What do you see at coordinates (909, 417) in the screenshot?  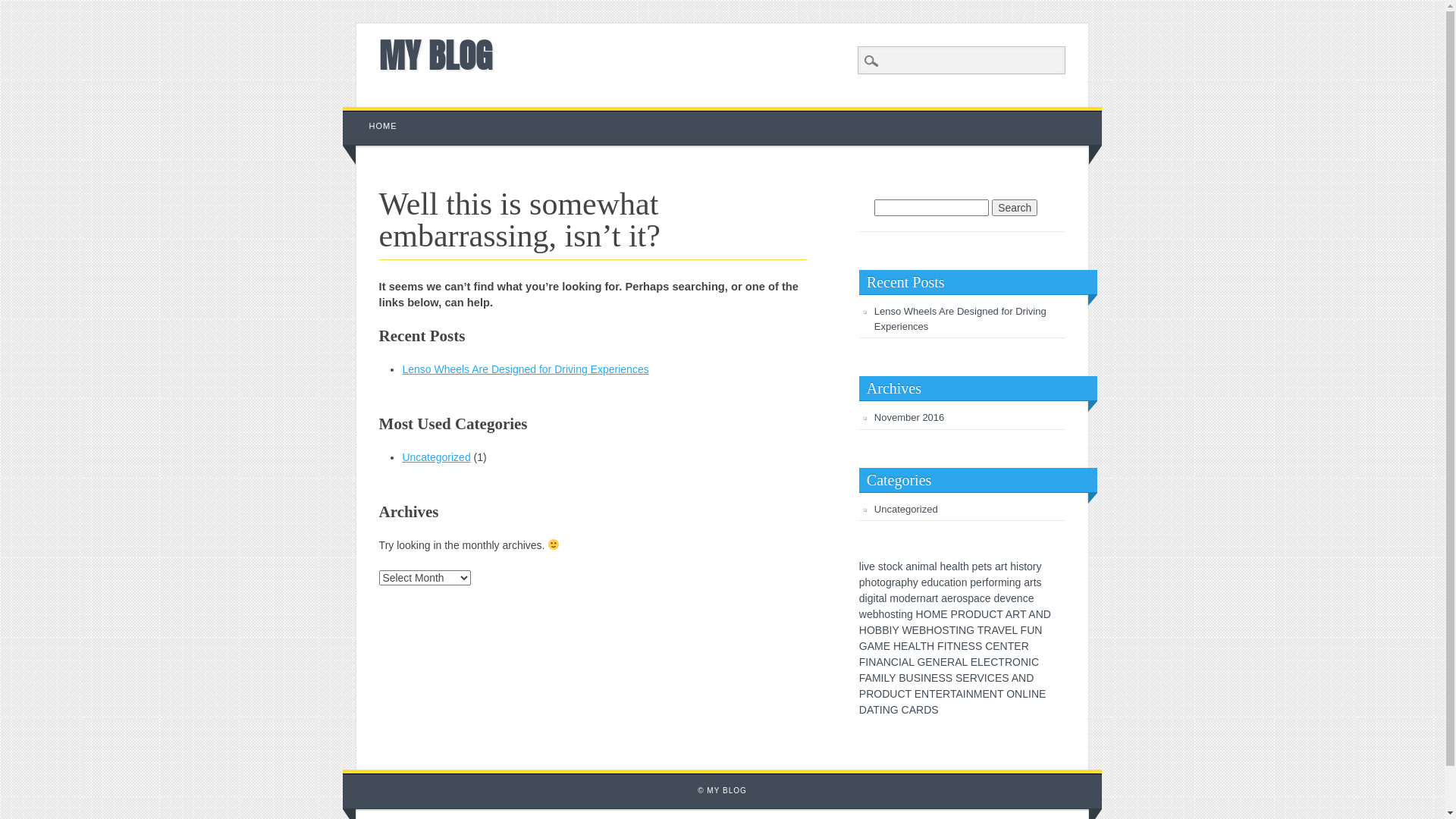 I see `'November 2016'` at bounding box center [909, 417].